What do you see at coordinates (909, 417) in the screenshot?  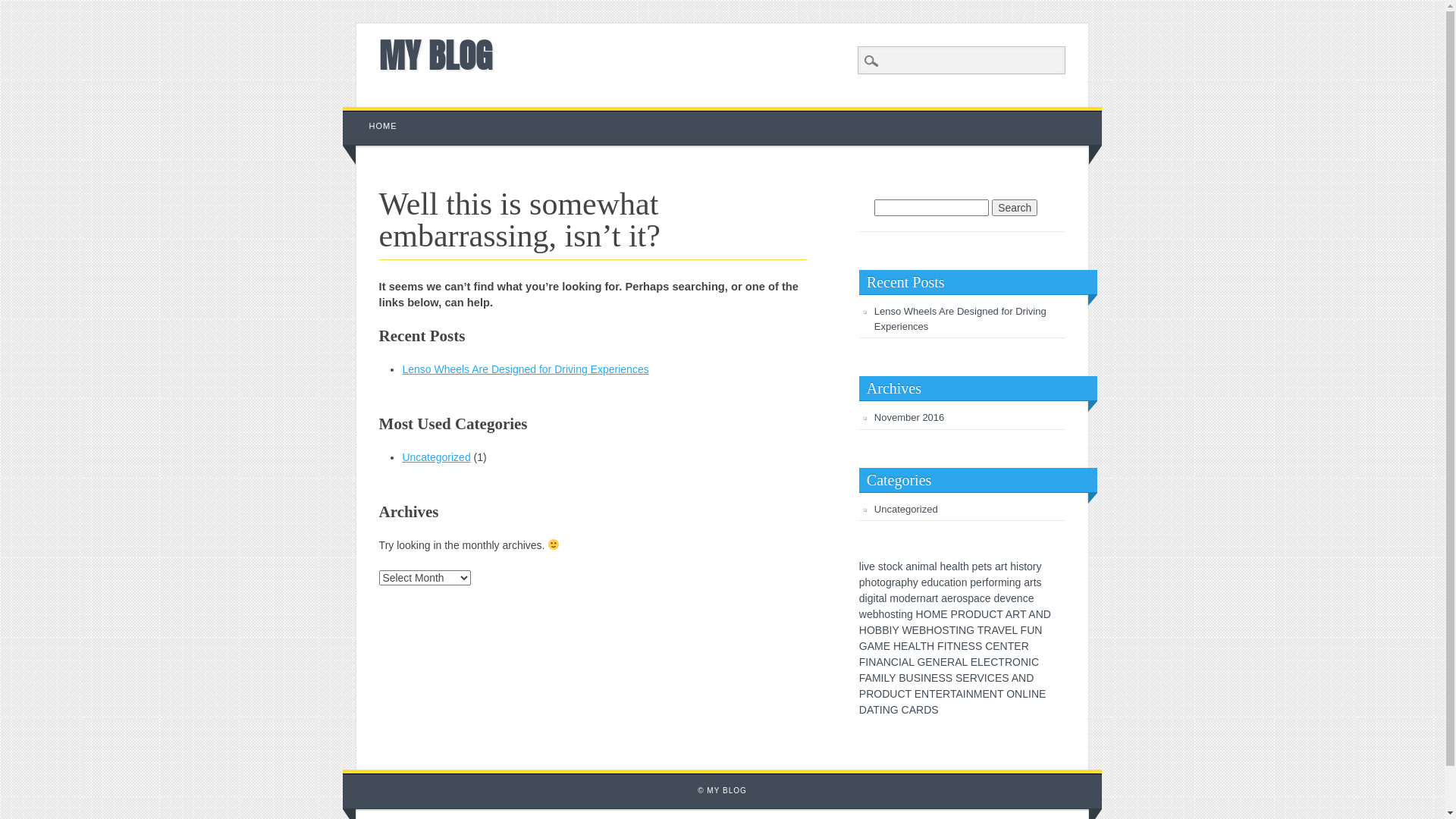 I see `'November 2016'` at bounding box center [909, 417].